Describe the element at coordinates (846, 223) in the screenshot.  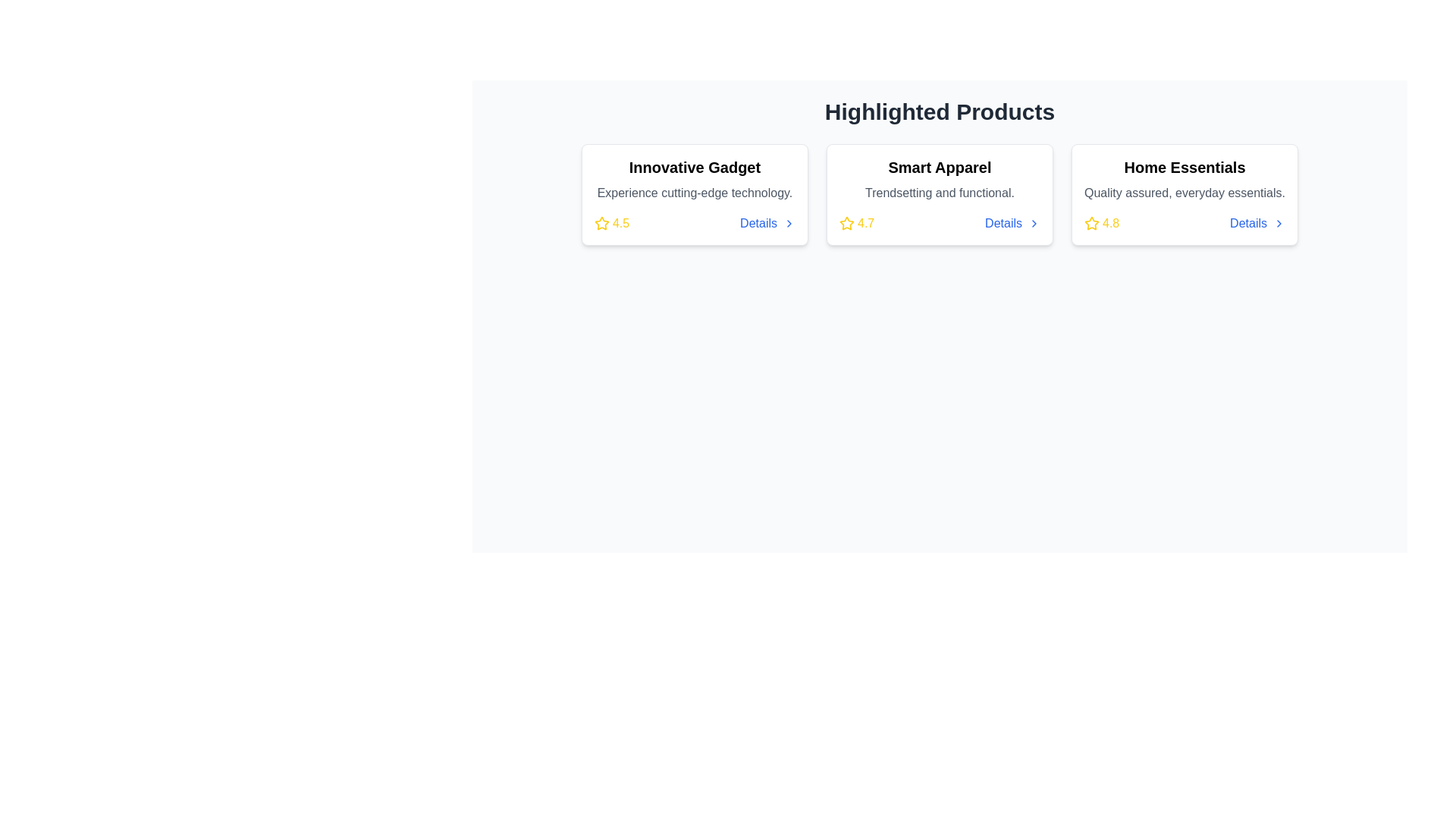
I see `the yellow star icon that signifies a rating of '4.7', located to the left of the text '4.7' in the Smart Apparel product card` at that location.